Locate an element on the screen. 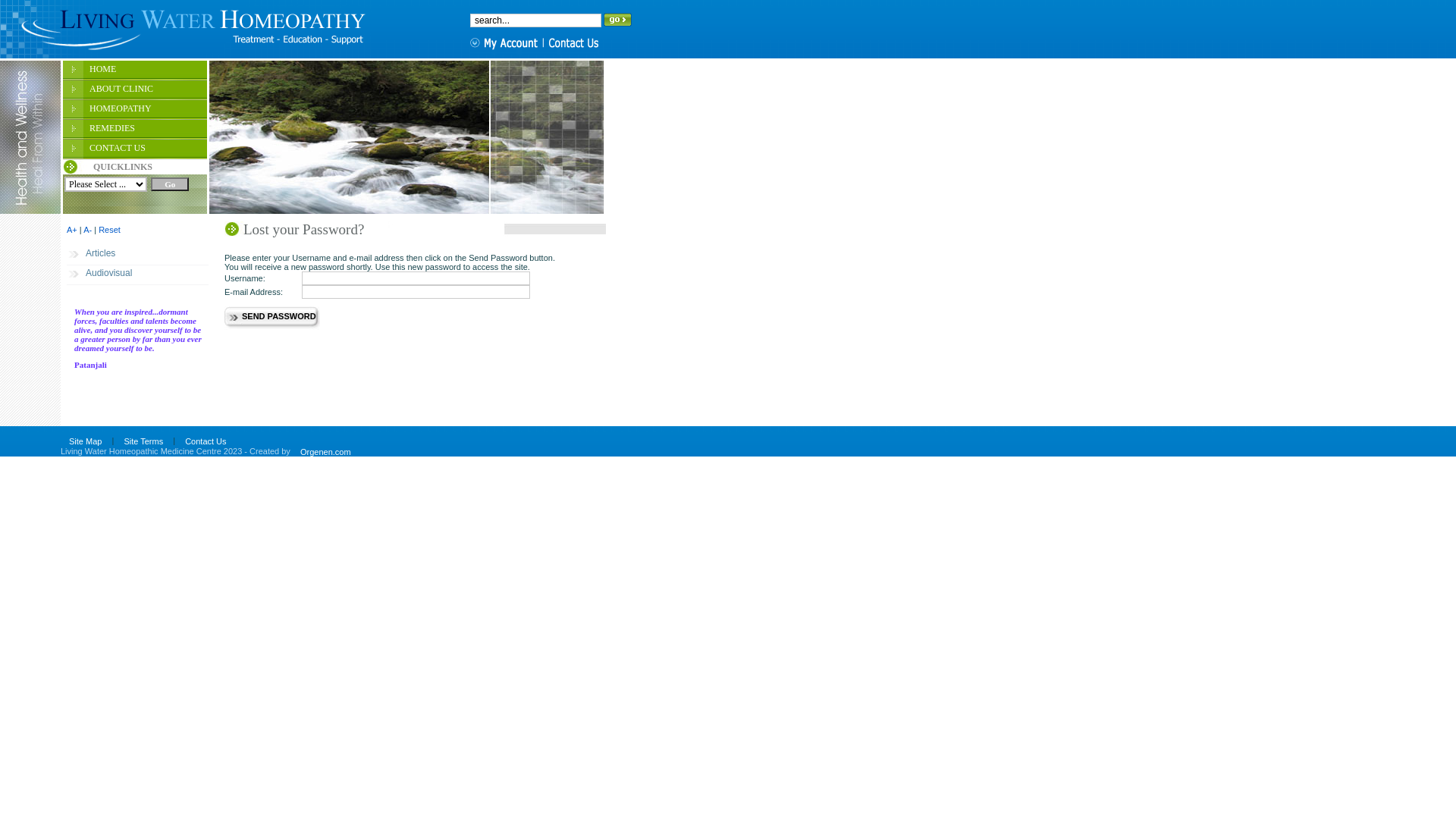 This screenshot has height=819, width=1456. 'Orgenen.com' is located at coordinates (325, 451).